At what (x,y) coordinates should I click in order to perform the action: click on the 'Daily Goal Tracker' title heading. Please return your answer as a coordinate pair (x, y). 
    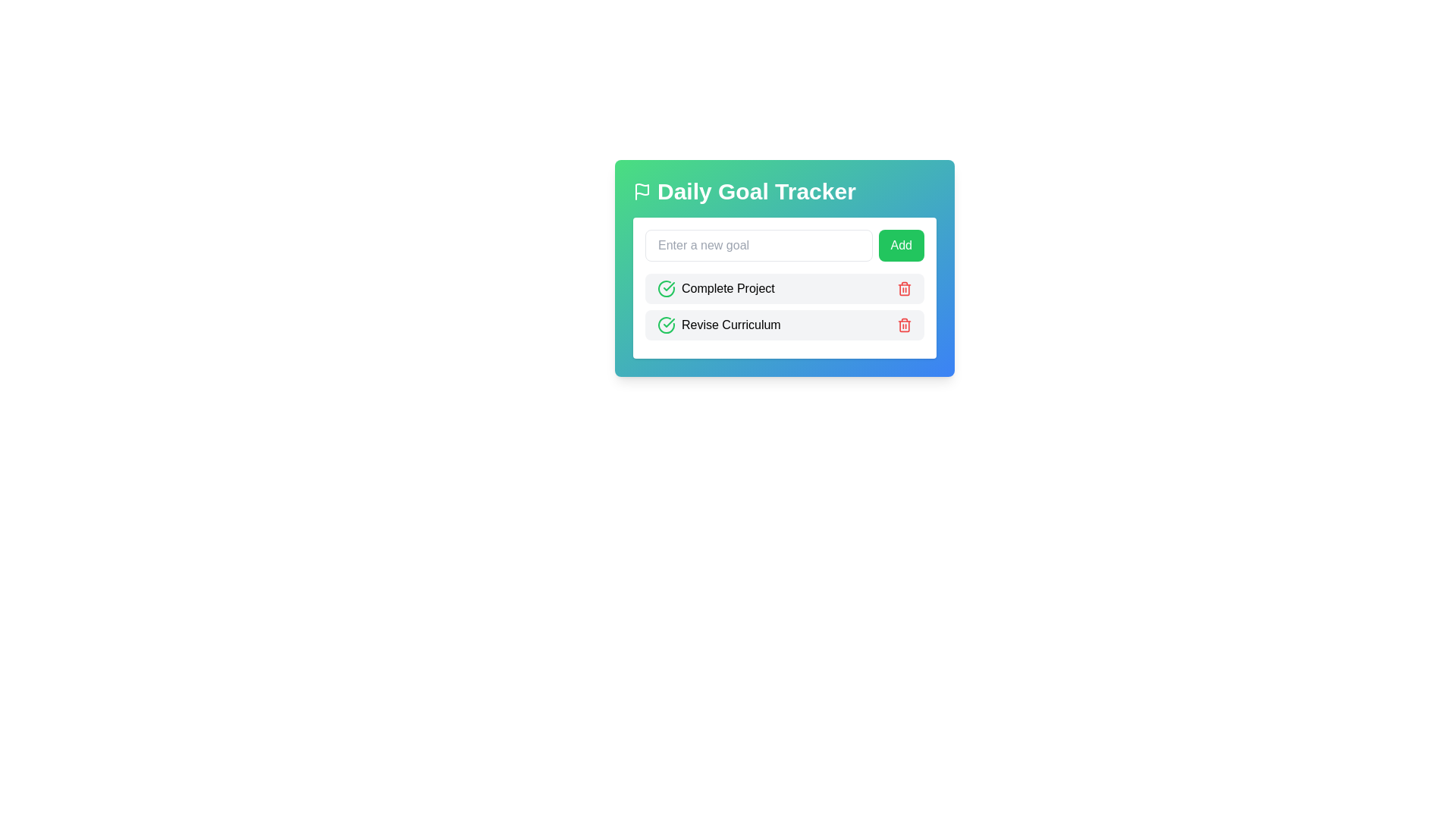
    Looking at the image, I should click on (785, 191).